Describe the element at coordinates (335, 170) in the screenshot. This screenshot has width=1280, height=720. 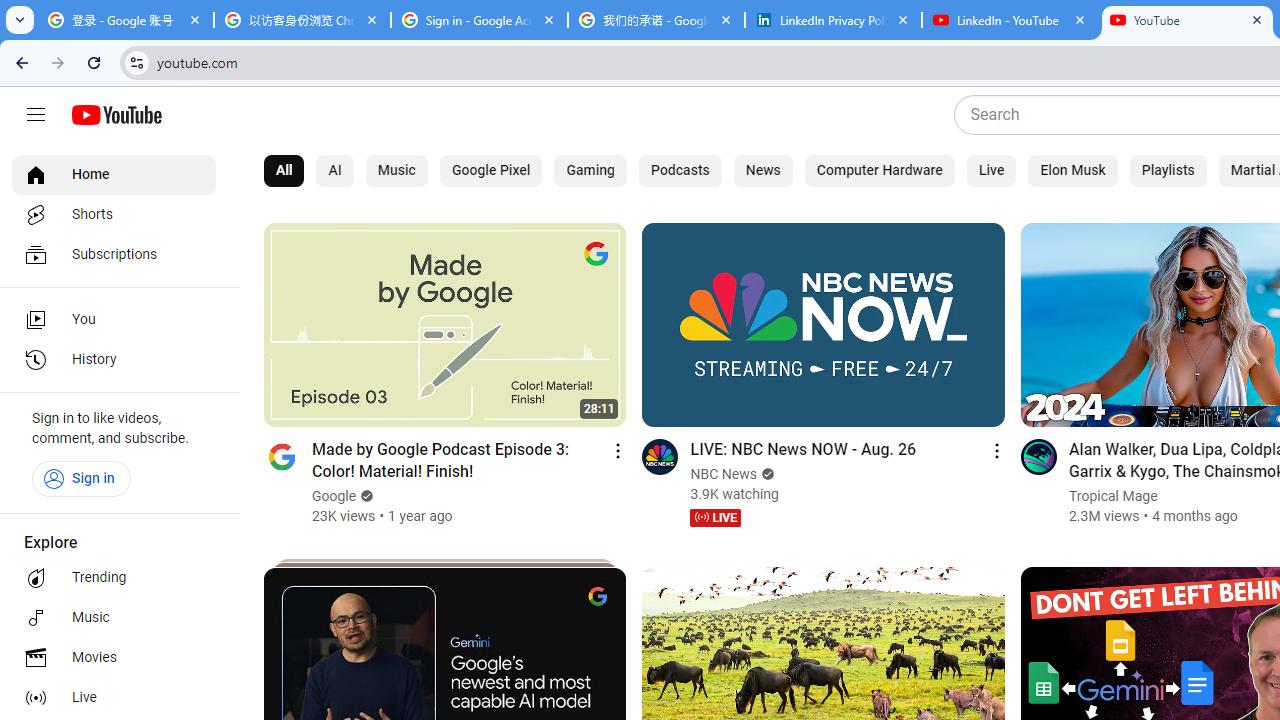
I see `'AI'` at that location.